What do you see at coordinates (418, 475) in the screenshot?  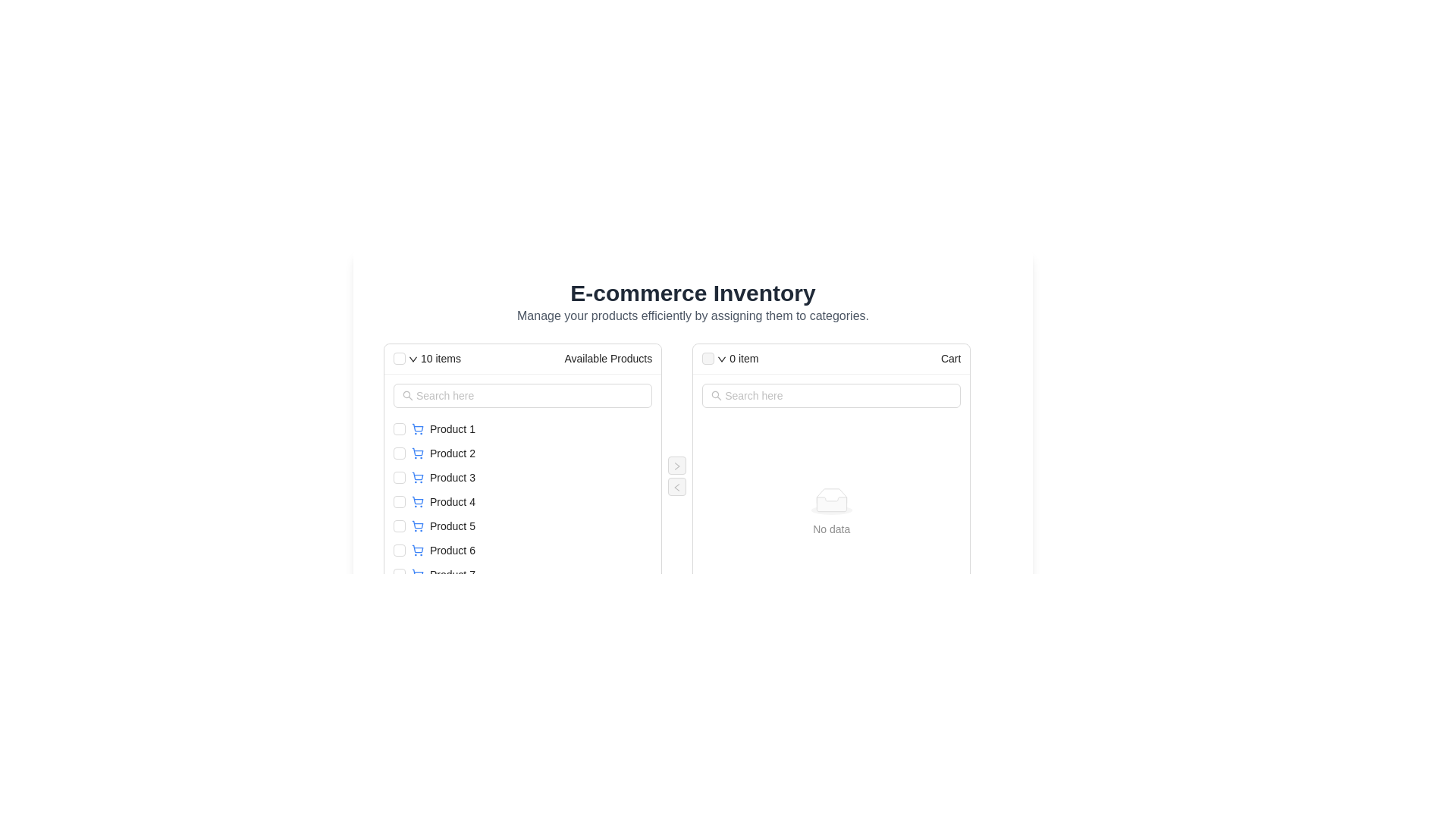 I see `the blue shopping cart icon within the SVG graphic, which is a central component of the cart's body and positioned between the wheels` at bounding box center [418, 475].